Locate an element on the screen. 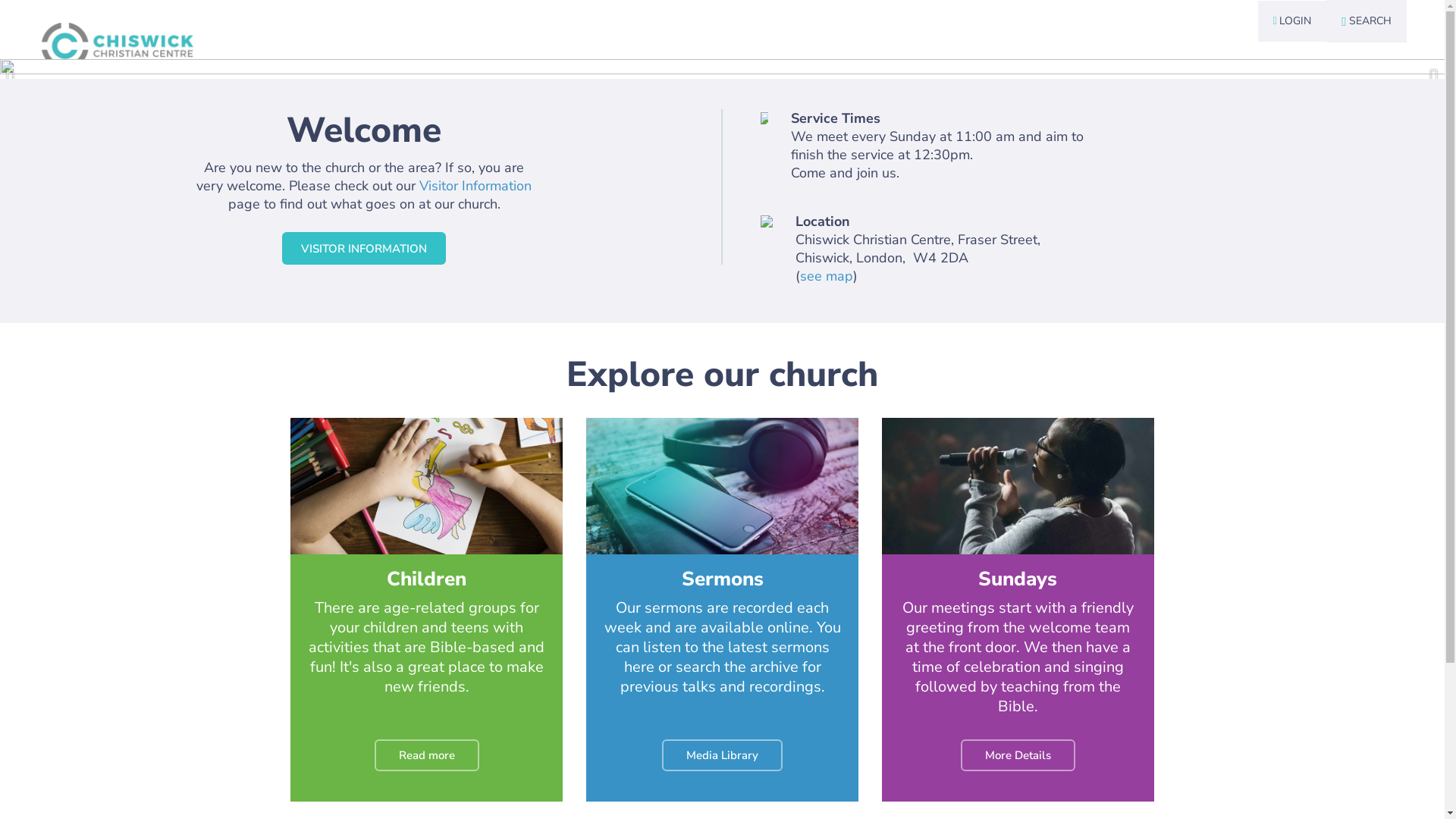 The height and width of the screenshot is (819, 1456). ' LOGIN' is located at coordinates (1291, 20).